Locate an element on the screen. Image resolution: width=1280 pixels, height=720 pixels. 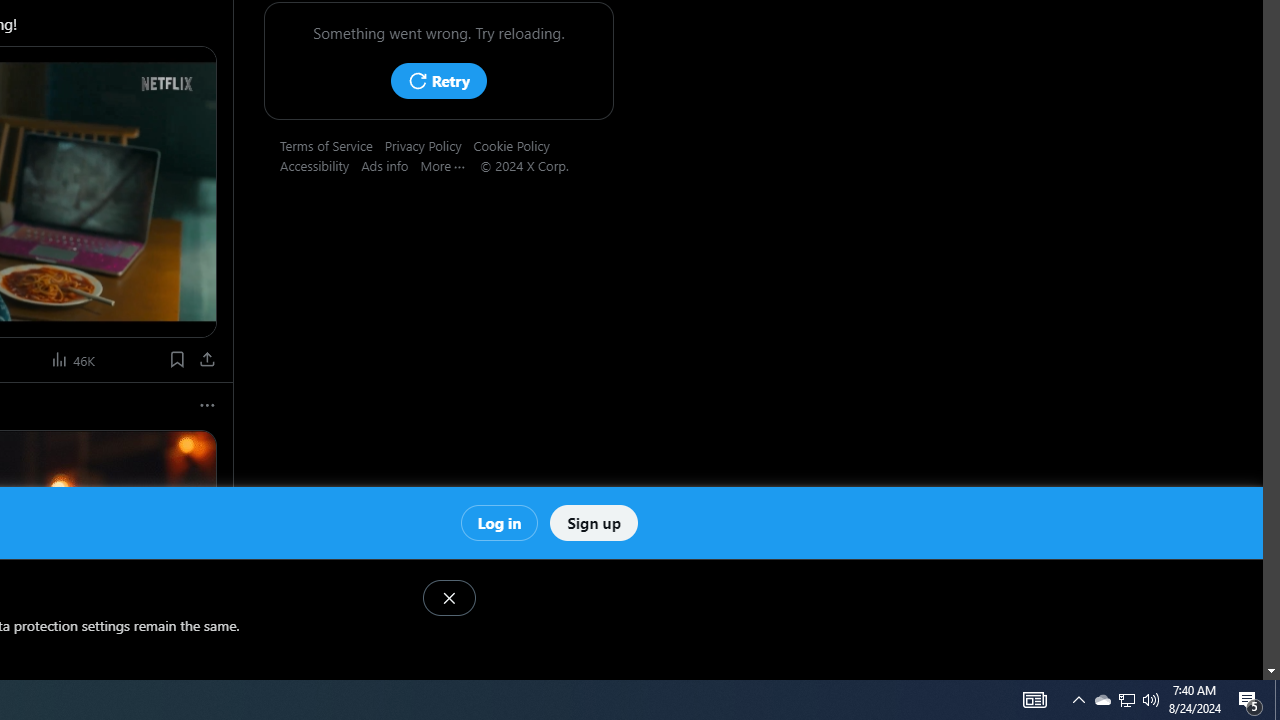
'Sign up' is located at coordinates (592, 521).